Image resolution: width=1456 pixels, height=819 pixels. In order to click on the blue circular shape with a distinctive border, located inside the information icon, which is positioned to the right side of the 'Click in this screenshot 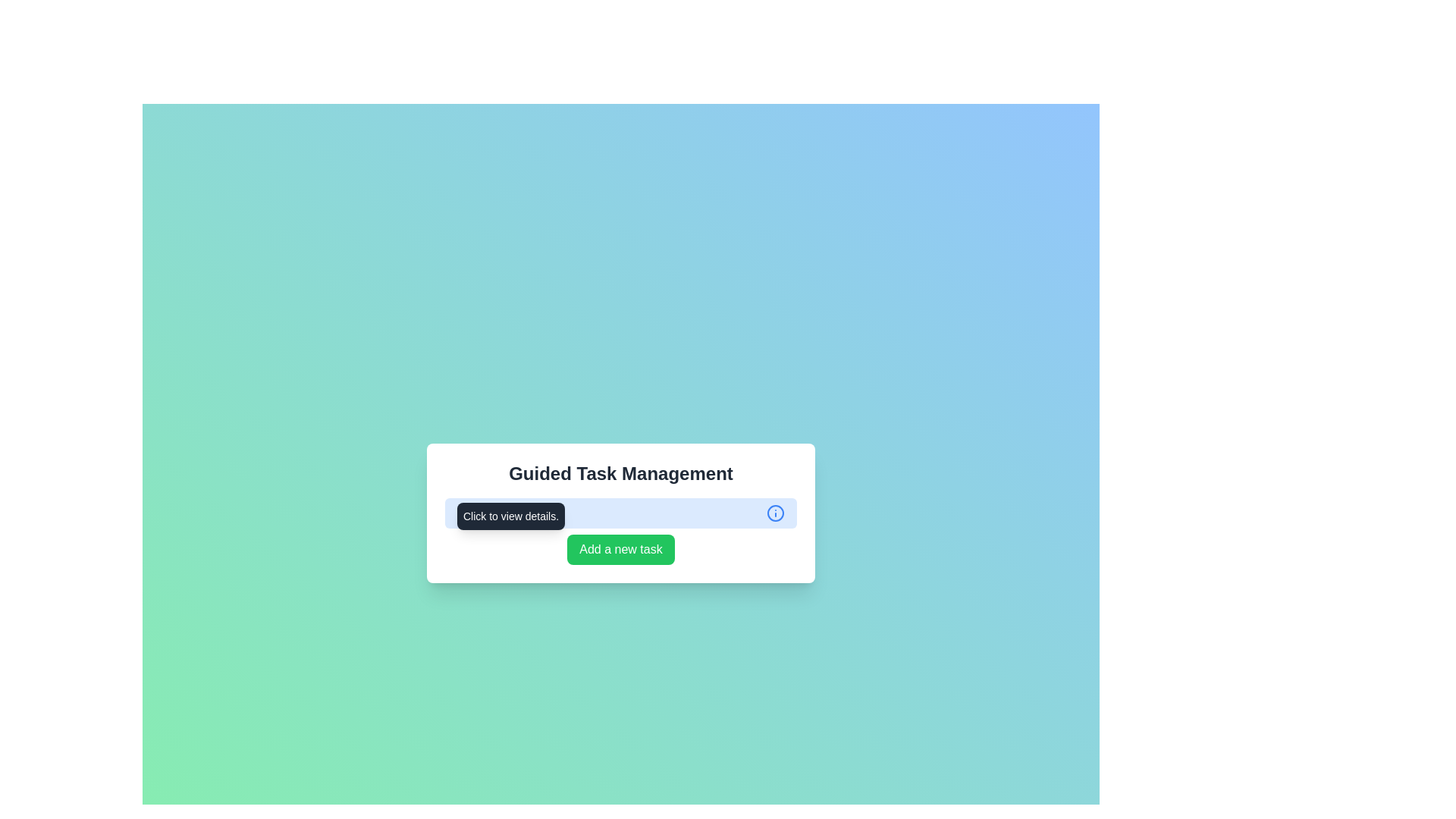, I will do `click(775, 513)`.